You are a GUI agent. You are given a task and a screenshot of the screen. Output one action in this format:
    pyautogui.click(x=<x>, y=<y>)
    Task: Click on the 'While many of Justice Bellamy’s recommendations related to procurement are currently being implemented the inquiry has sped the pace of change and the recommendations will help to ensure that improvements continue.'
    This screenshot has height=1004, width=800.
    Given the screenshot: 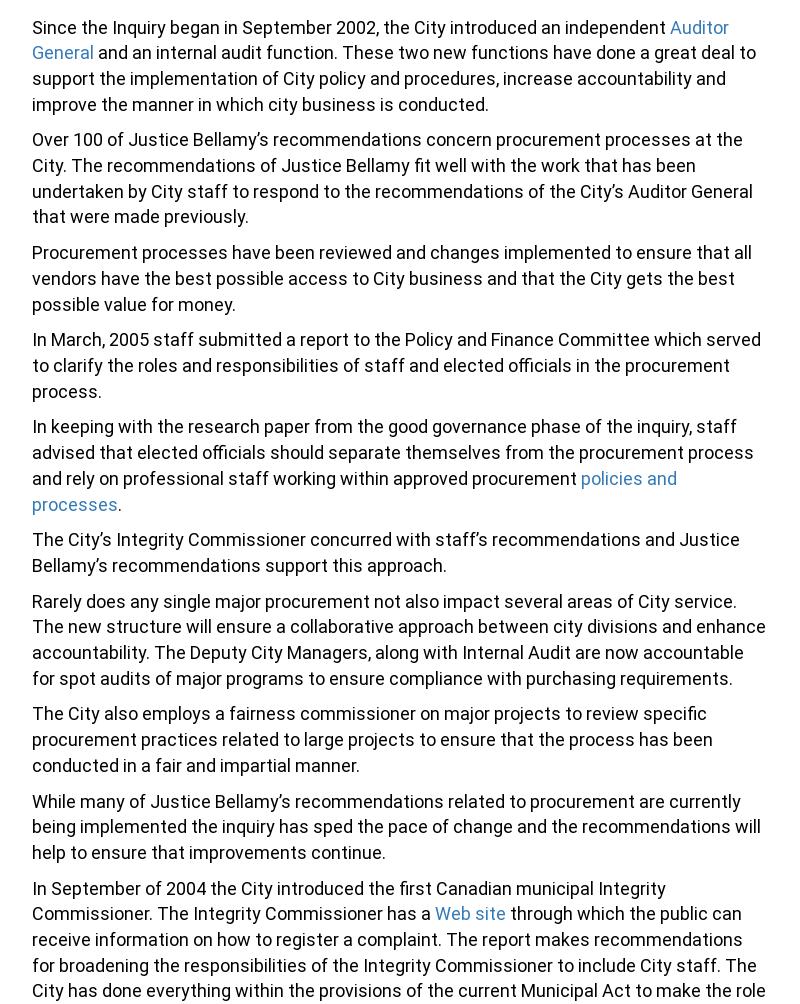 What is the action you would take?
    pyautogui.click(x=395, y=825)
    